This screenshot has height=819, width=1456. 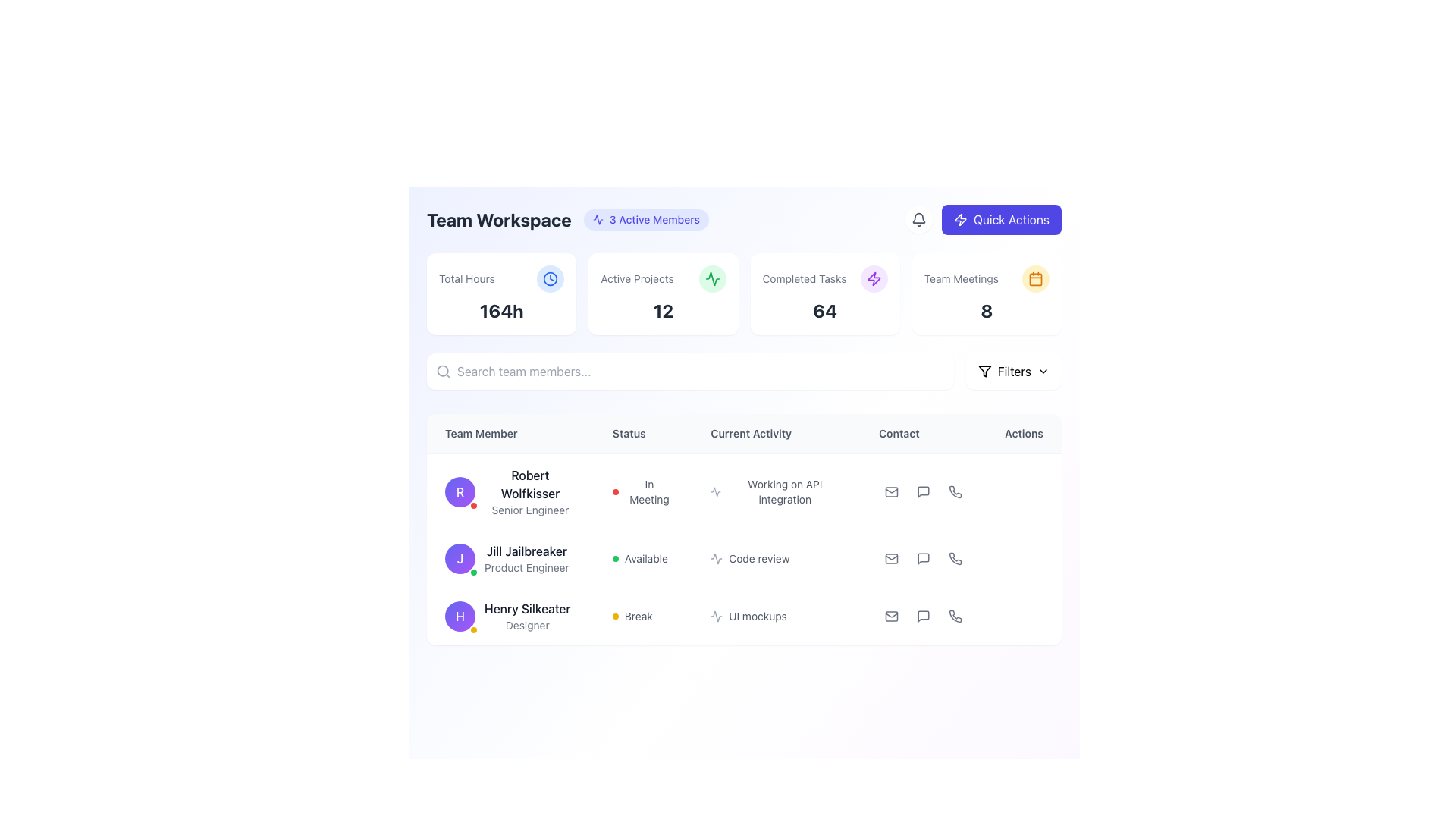 What do you see at coordinates (1035, 278) in the screenshot?
I see `the rectangular base of the calendar icon located at the top-right corner of the interface, adjacent to the 'Team Meetings' card` at bounding box center [1035, 278].